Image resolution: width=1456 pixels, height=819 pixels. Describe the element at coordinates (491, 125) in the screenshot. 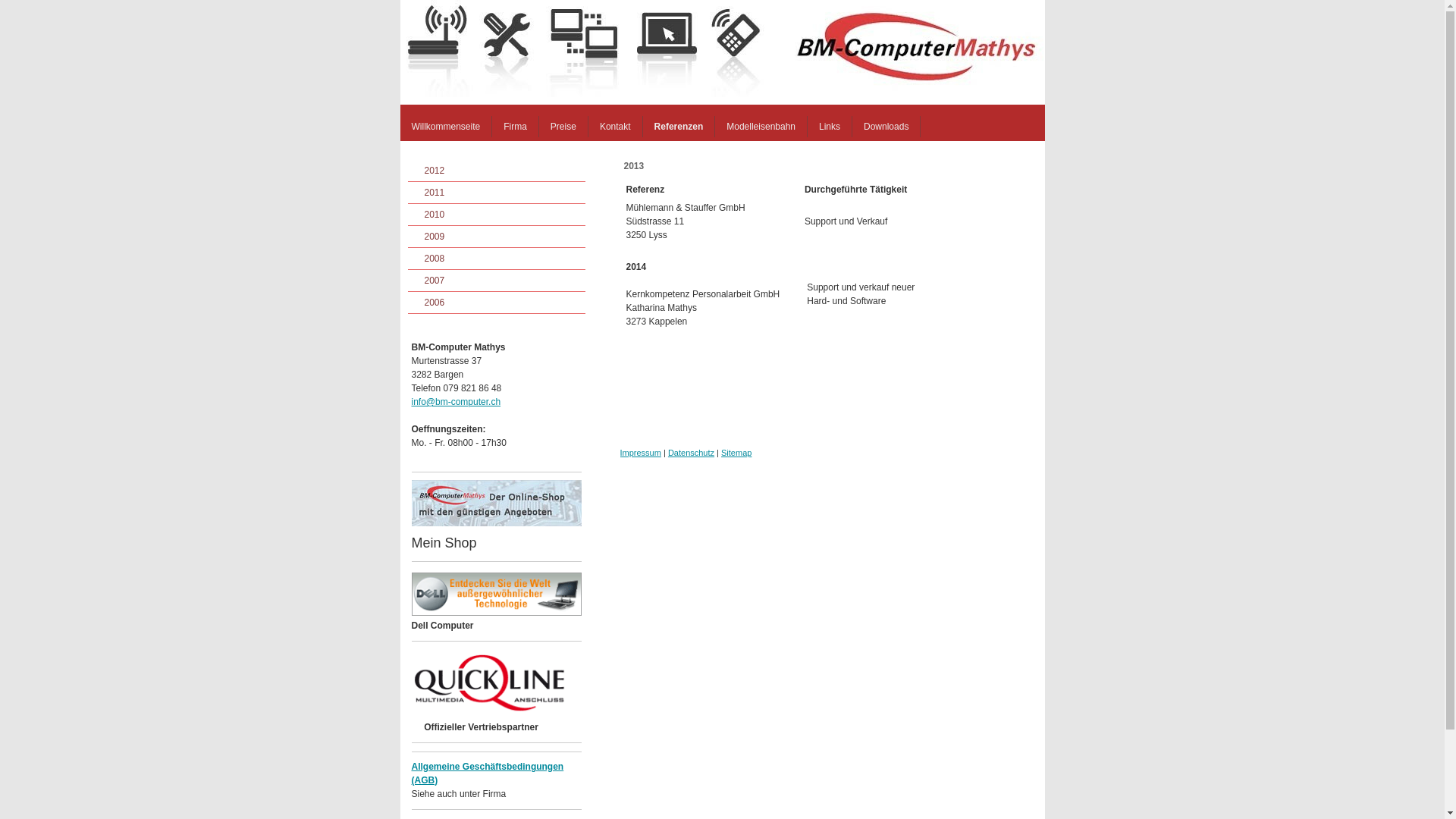

I see `'Firma'` at that location.